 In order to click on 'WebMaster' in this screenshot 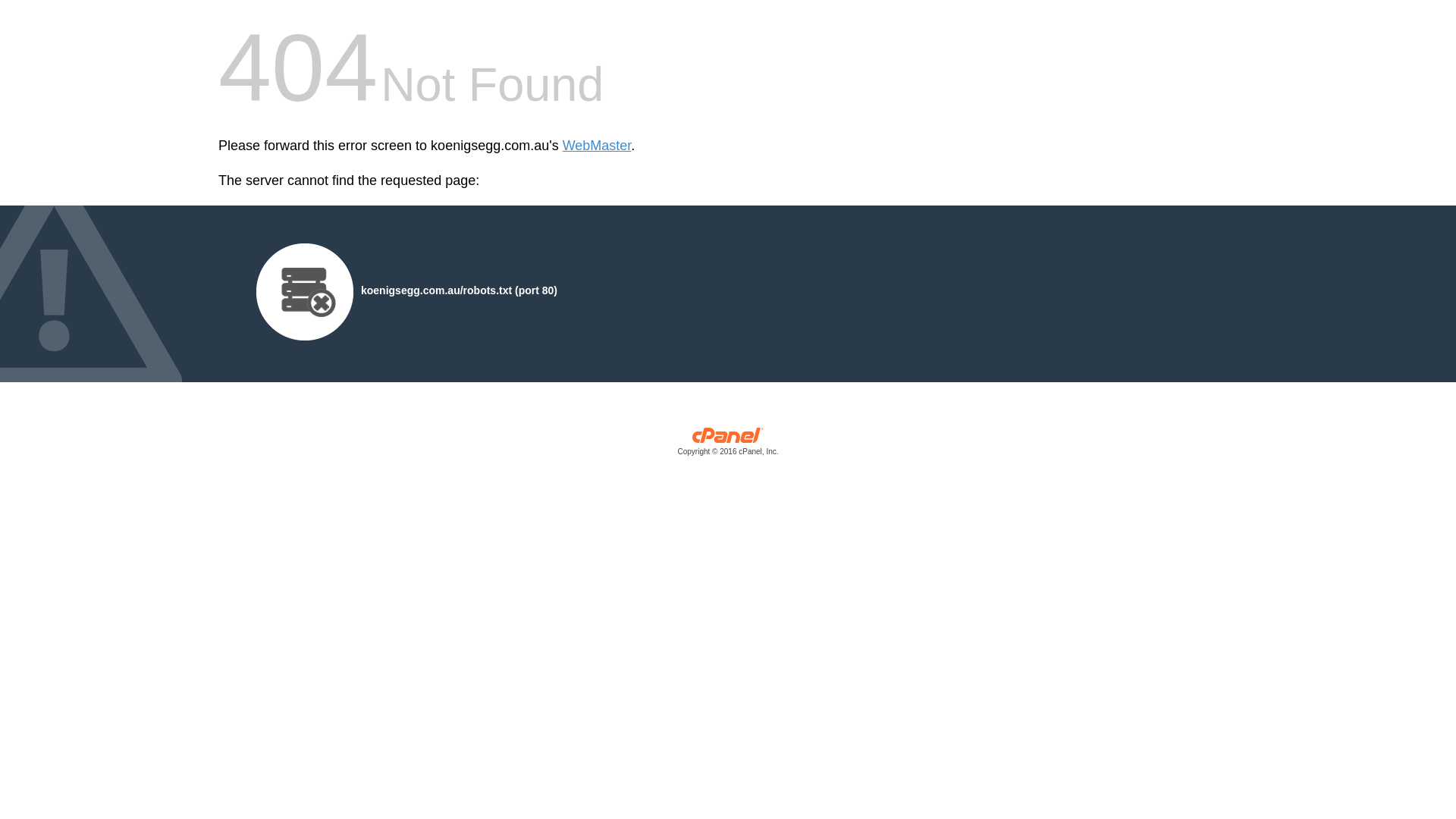, I will do `click(596, 146)`.